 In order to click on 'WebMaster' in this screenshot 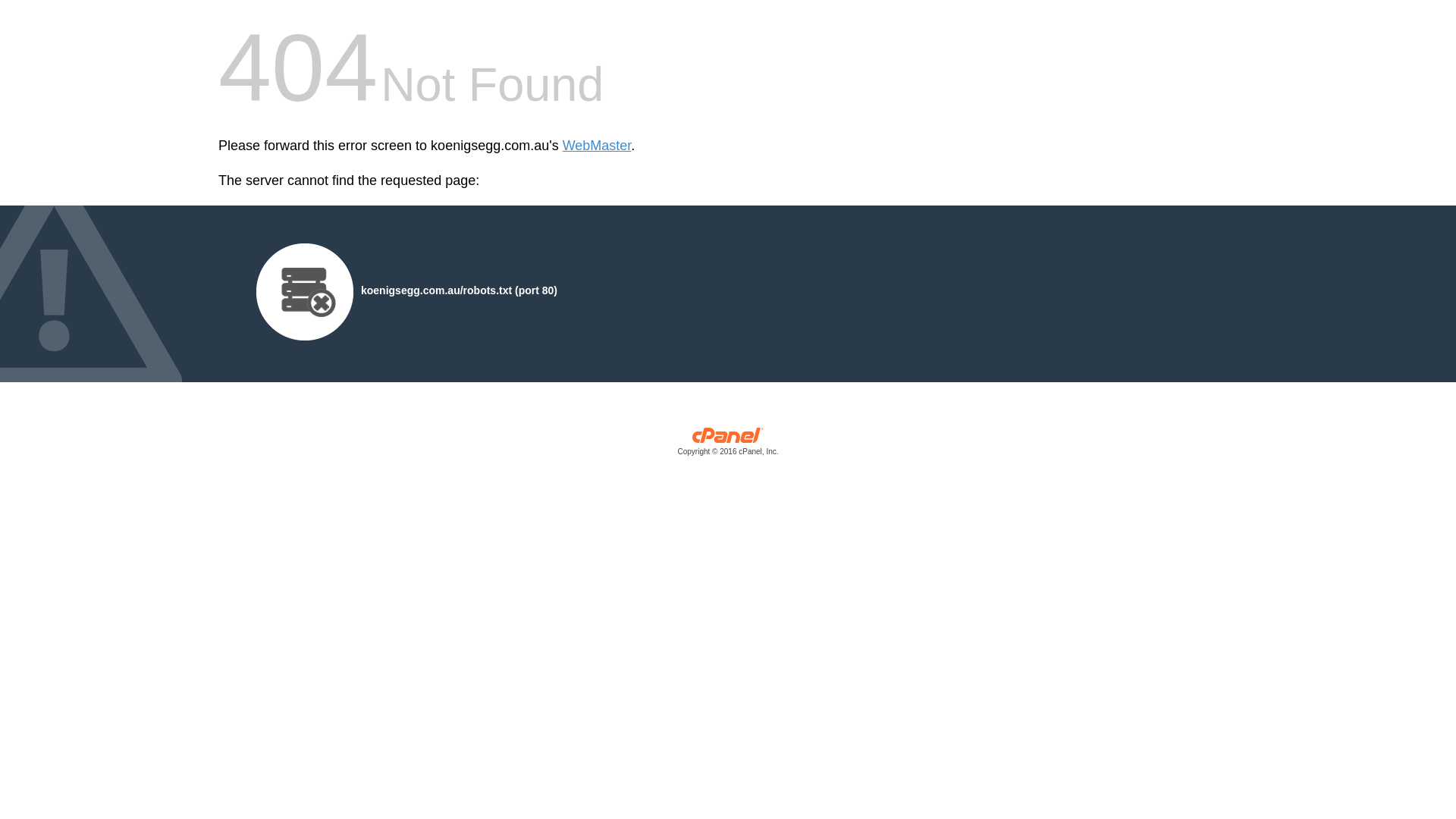, I will do `click(596, 146)`.